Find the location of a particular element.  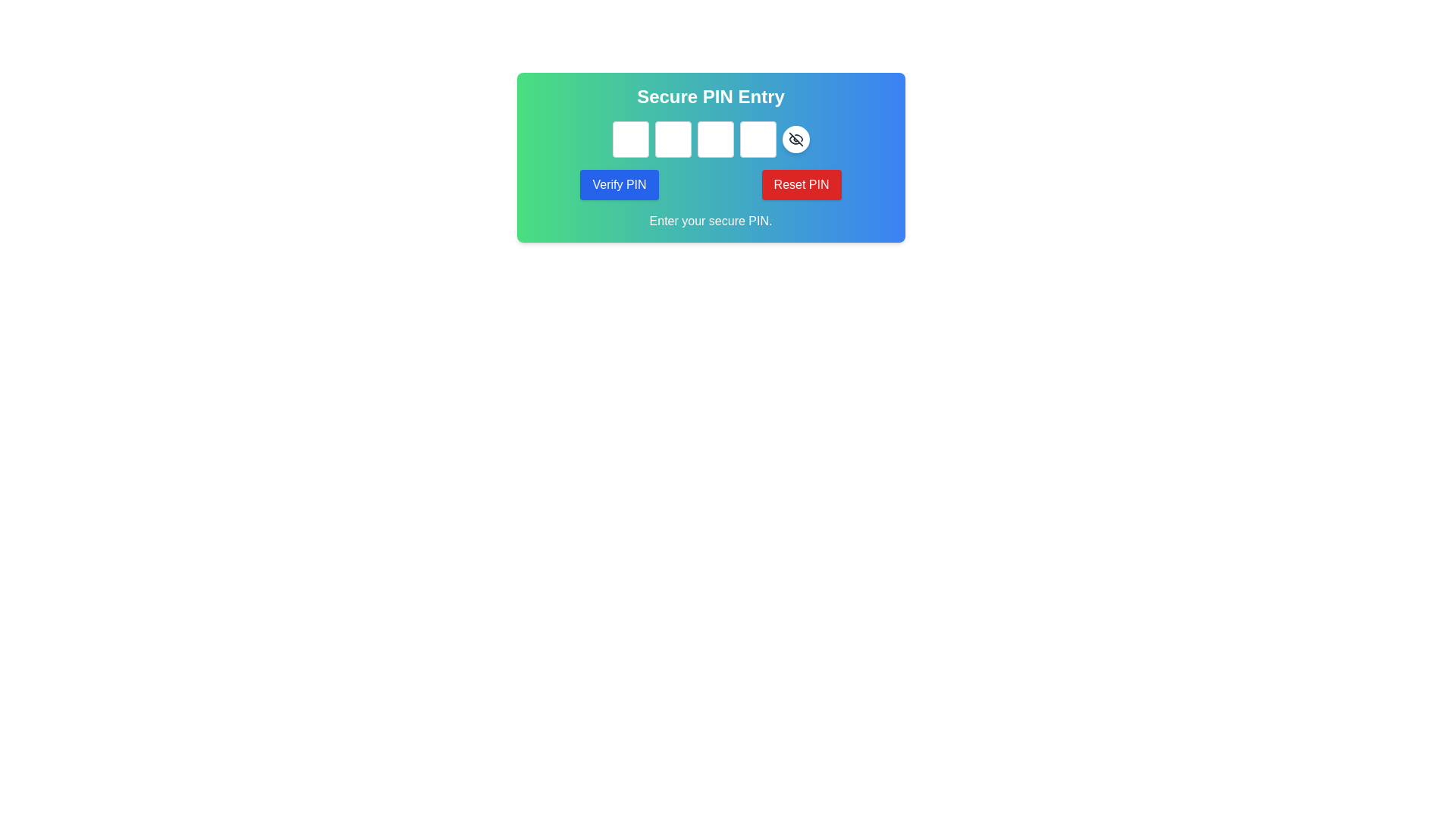

the text header that reads 'Secure PIN Entry', which is displayed in bold and large text, centered within a gradient background transitioning from green to blue is located at coordinates (710, 96).